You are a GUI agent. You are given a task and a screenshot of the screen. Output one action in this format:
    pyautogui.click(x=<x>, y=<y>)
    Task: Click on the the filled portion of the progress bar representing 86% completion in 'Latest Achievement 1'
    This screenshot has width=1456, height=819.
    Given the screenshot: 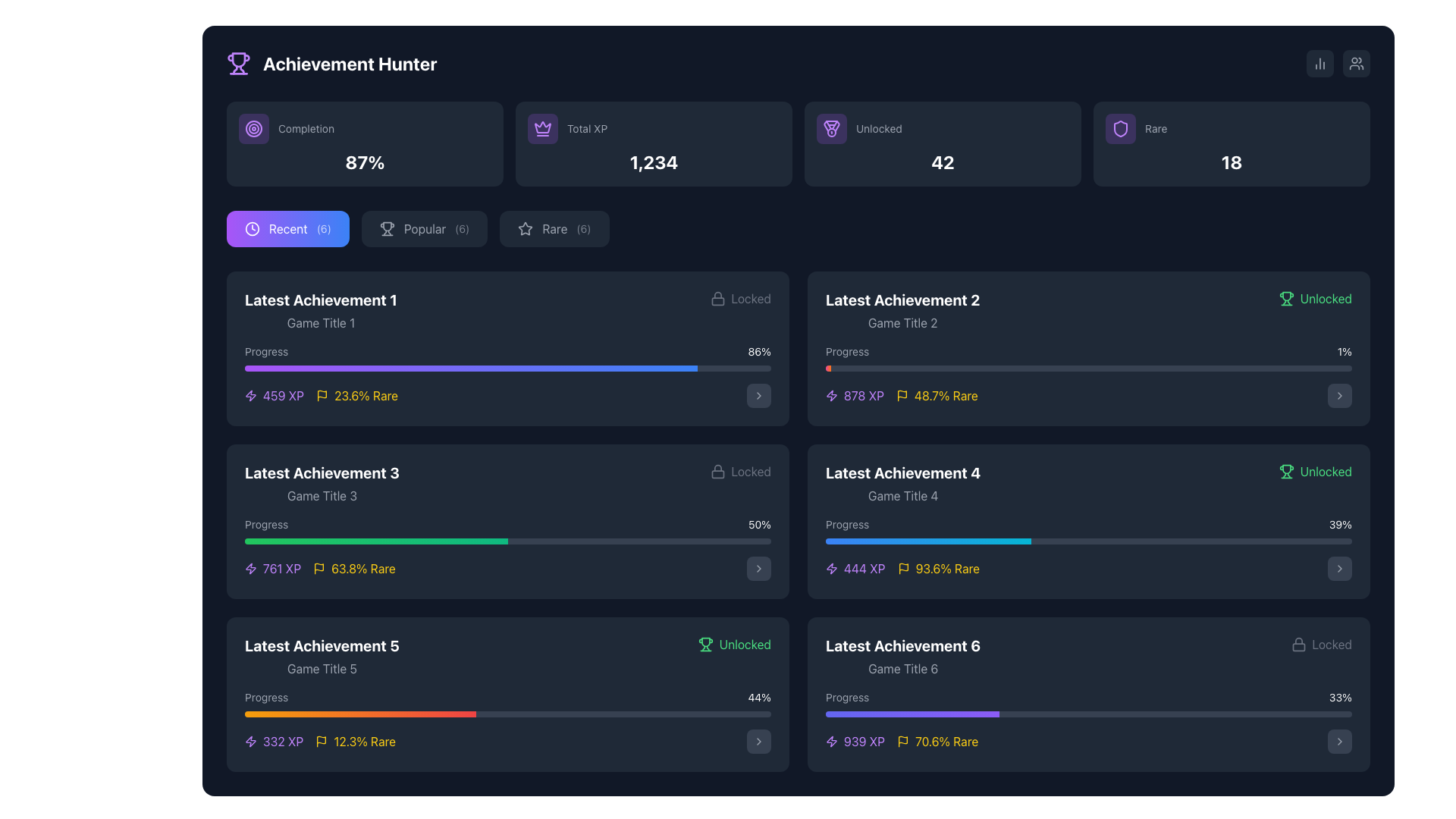 What is the action you would take?
    pyautogui.click(x=470, y=369)
    